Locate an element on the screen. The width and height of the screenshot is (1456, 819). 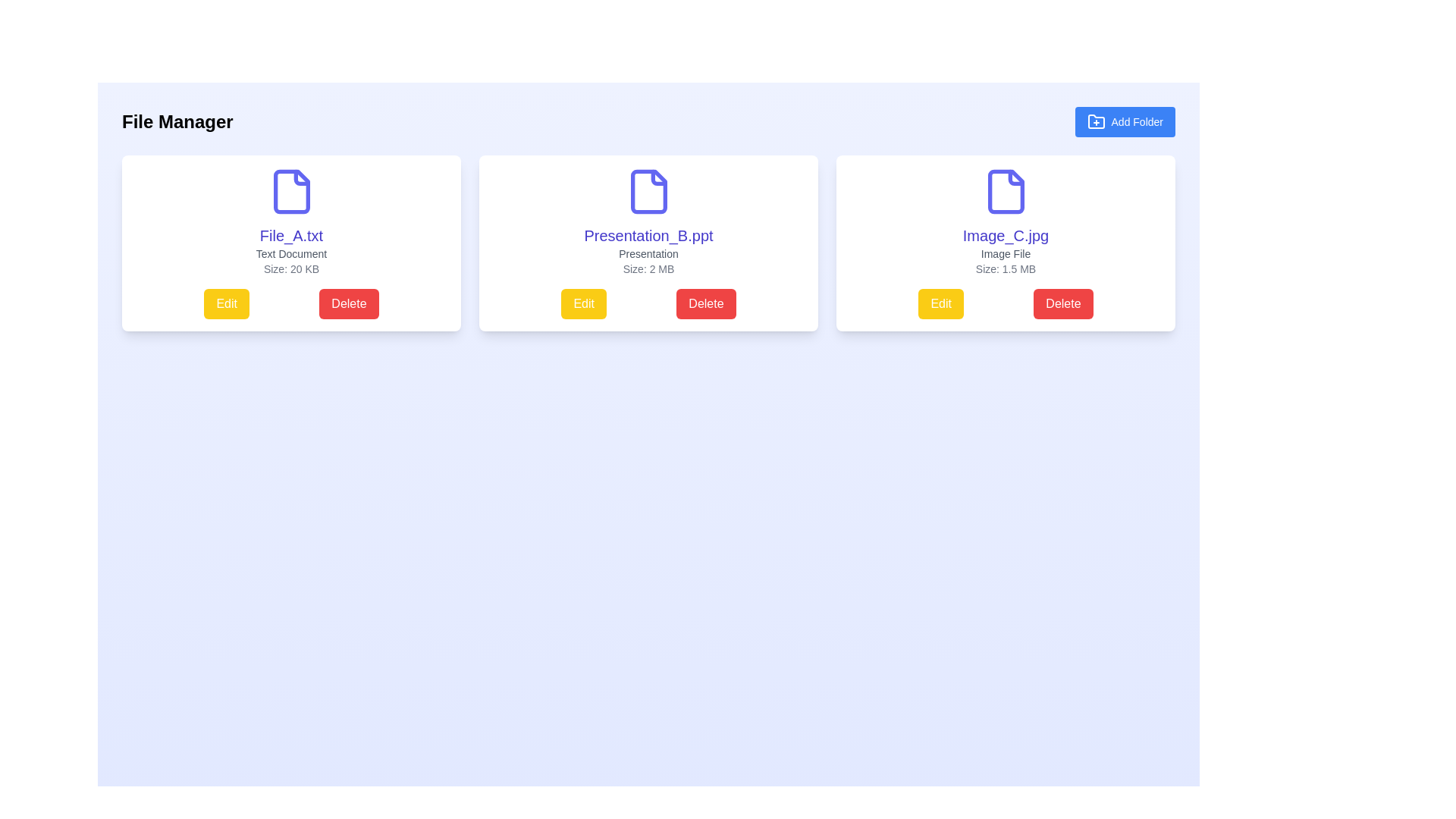
the static text element that categorizes the file as an image file, located below 'Image_C.jpg' and above 'Size: 1.5 MB' in the third card of a horizontal row is located at coordinates (1006, 253).